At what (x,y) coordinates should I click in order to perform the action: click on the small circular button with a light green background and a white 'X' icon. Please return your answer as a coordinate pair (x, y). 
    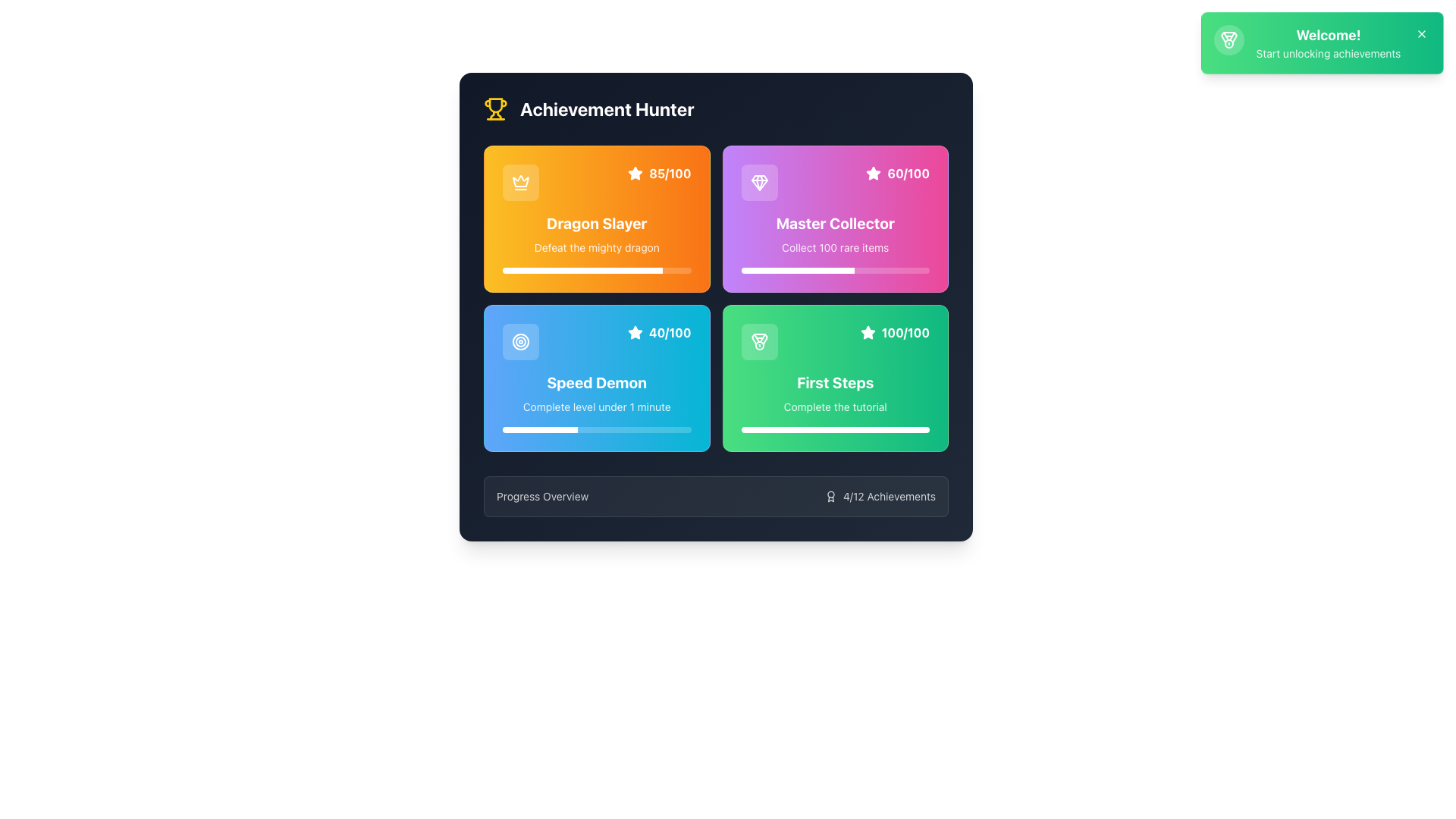
    Looking at the image, I should click on (1421, 34).